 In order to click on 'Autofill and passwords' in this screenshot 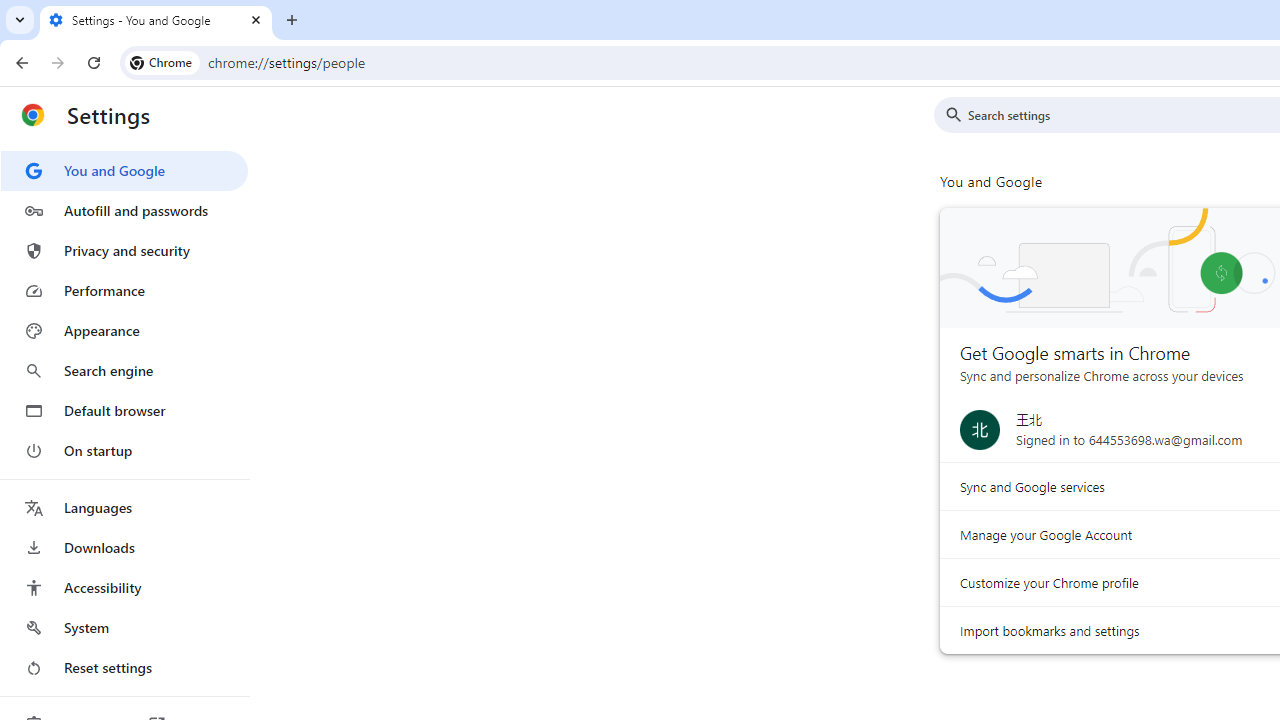, I will do `click(123, 210)`.